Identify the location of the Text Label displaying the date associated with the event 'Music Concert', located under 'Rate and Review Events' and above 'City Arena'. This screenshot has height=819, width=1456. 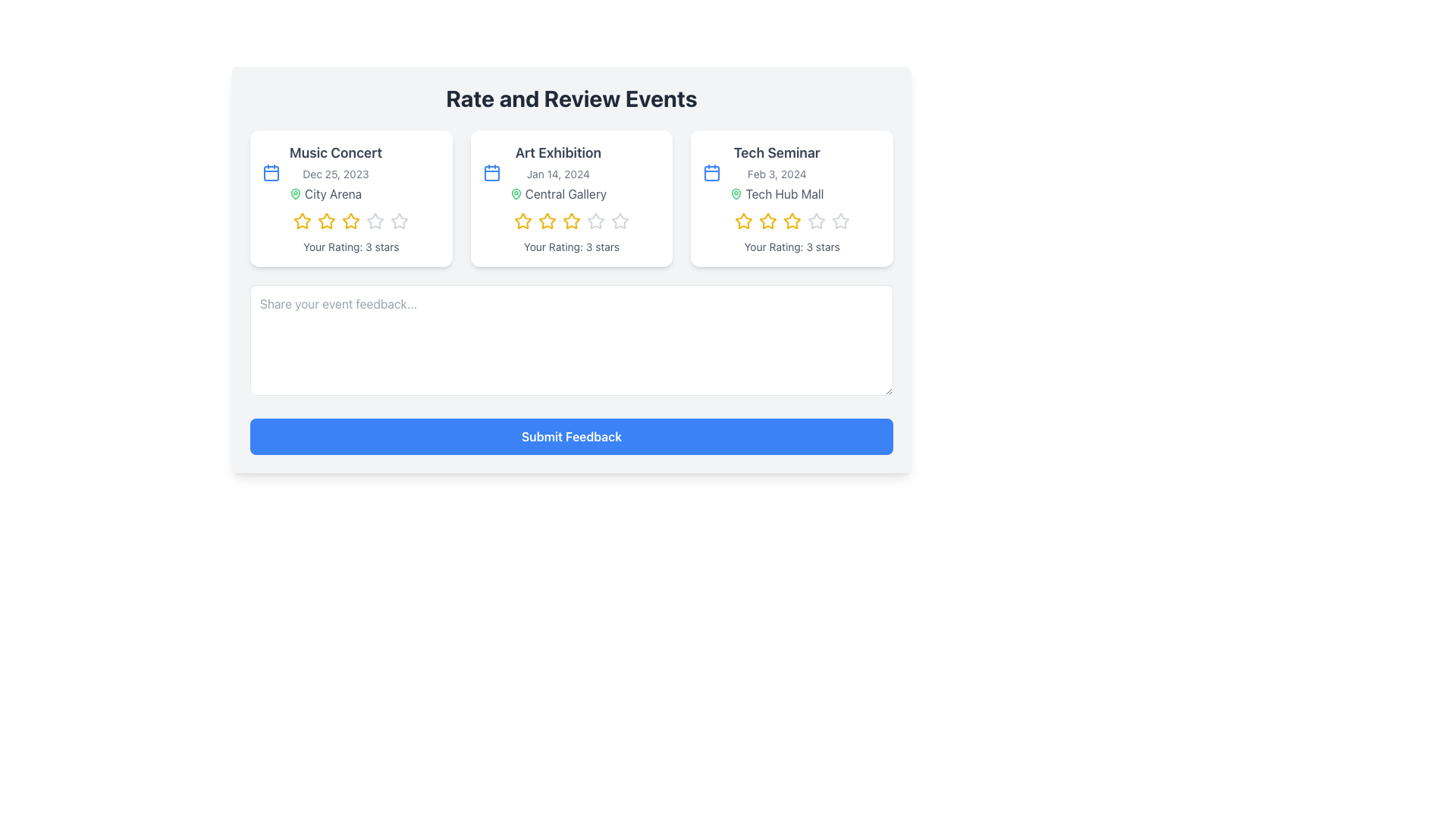
(334, 174).